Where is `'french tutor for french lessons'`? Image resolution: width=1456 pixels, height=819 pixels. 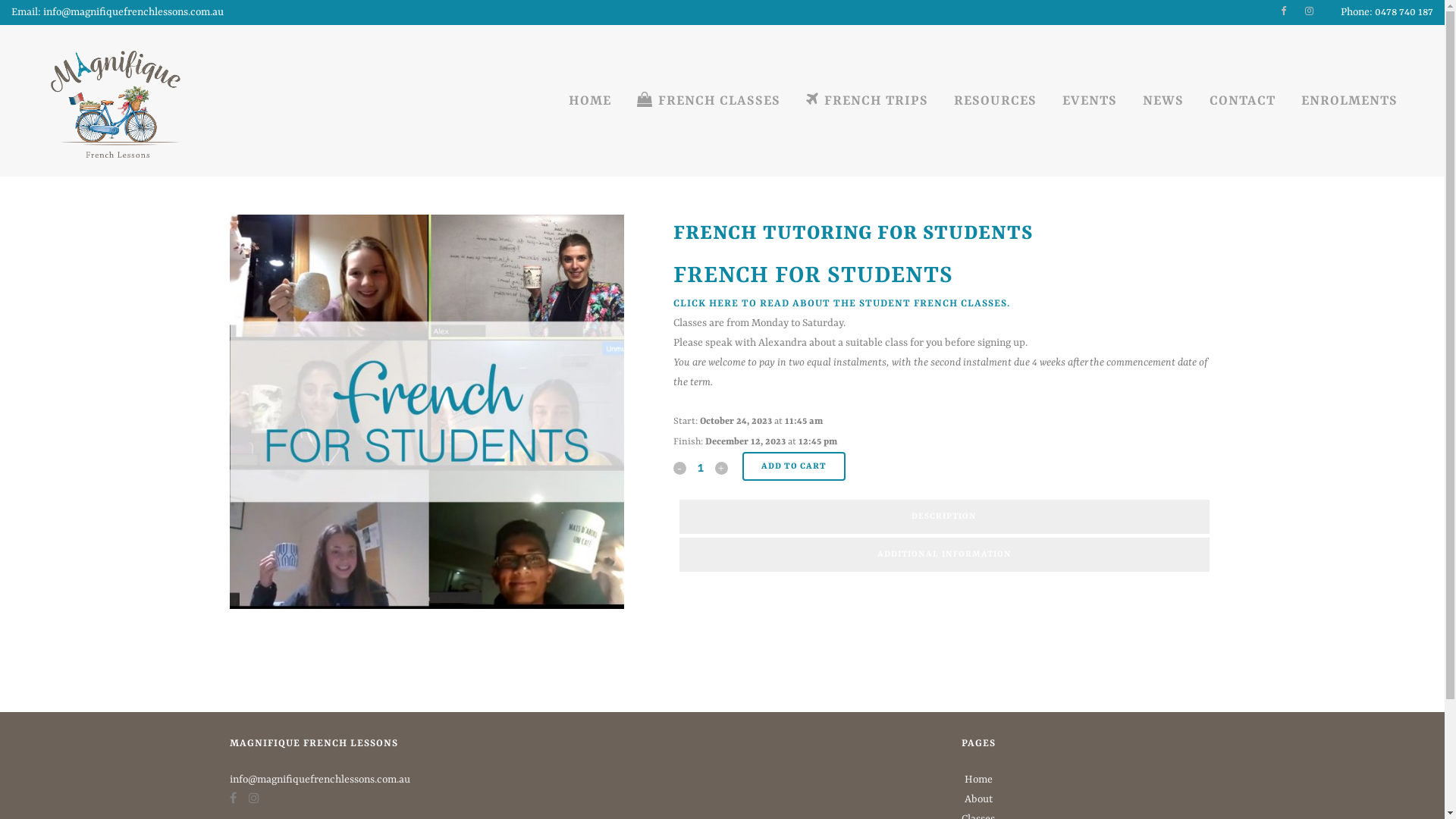
'french tutor for french lessons' is located at coordinates (425, 412).